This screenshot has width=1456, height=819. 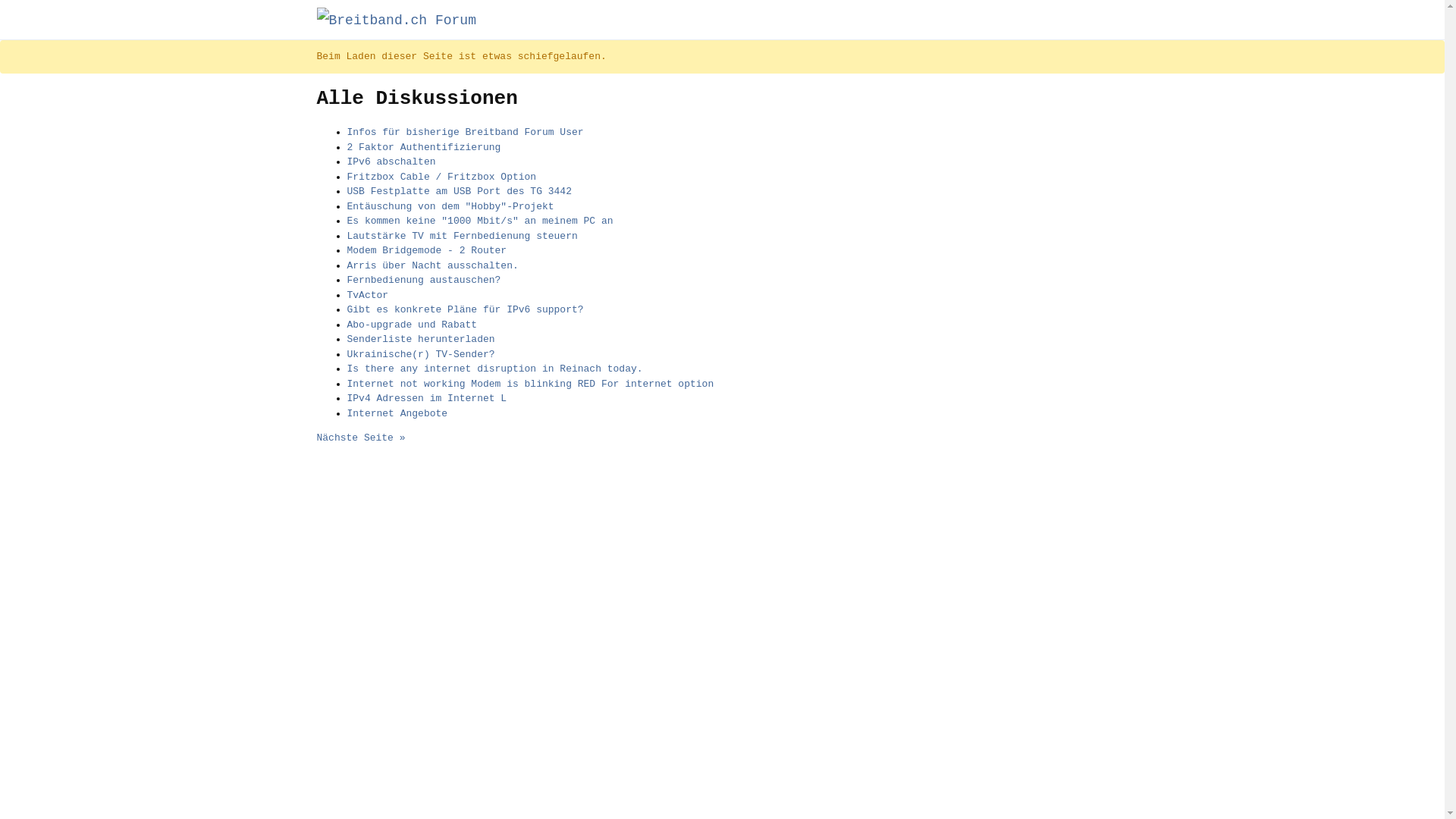 What do you see at coordinates (426, 397) in the screenshot?
I see `'IPv4 Adressen im Internet L'` at bounding box center [426, 397].